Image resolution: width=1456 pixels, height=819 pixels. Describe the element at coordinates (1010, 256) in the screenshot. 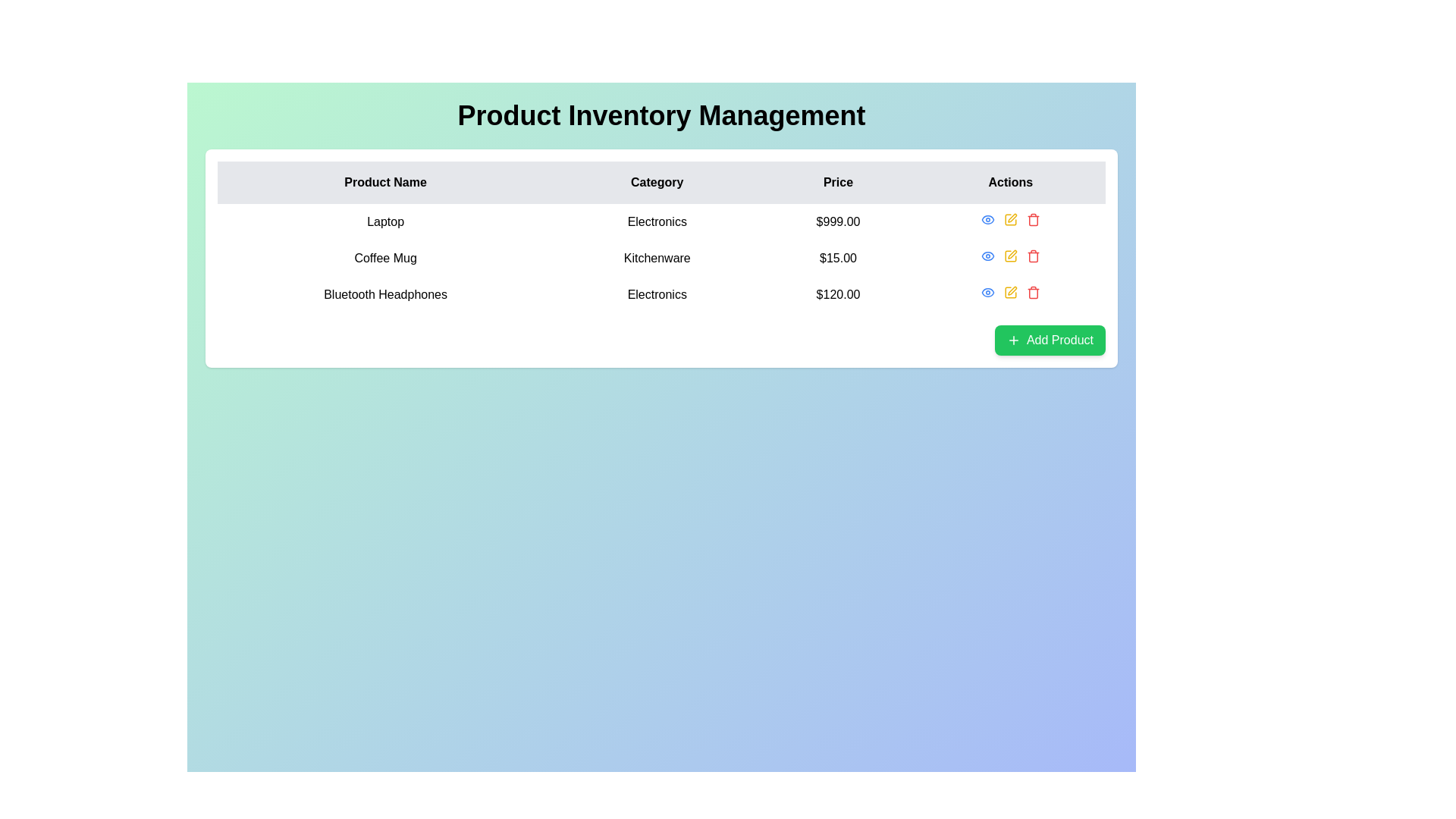

I see `the yellow edit icon, which is square-shaped and features a pen motif, located in the second row of action icons in the 'Actions' column of the table, positioned between the 'view' and 'delete' icons` at that location.